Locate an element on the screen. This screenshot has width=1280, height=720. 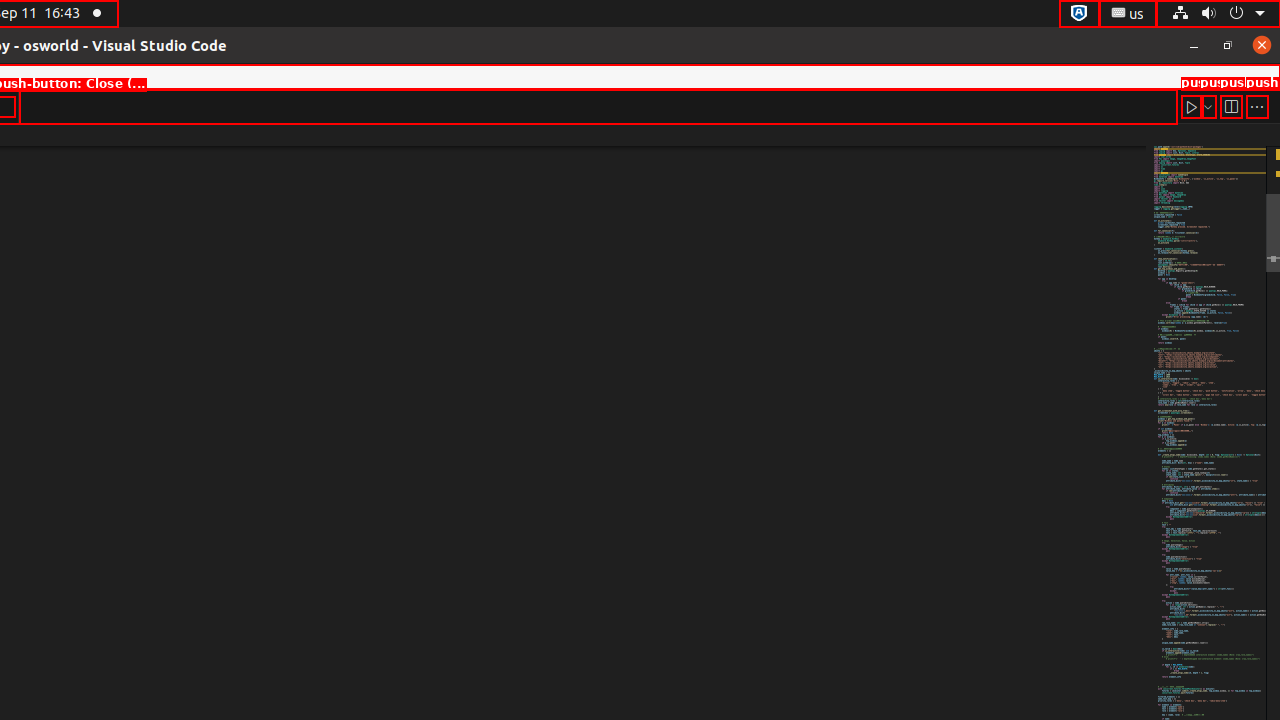
'Run or Debug...' is located at coordinates (1206, 106).